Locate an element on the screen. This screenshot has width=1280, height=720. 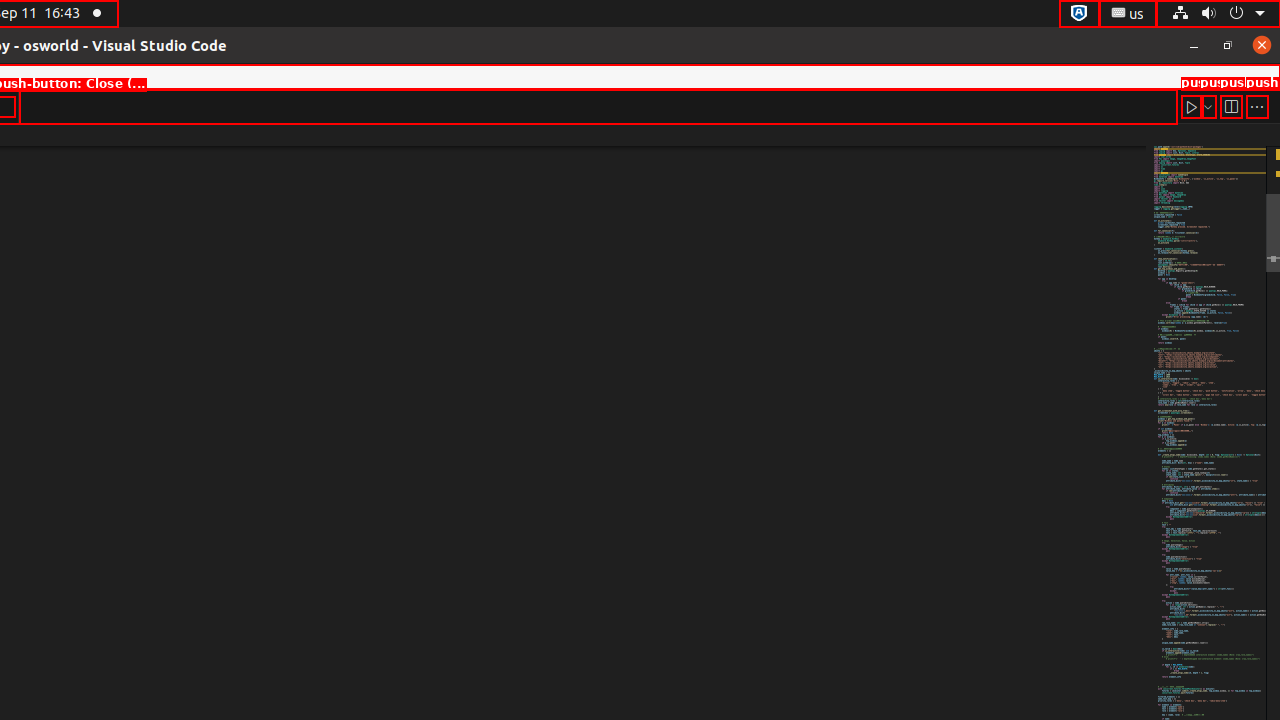
'Run or Debug...' is located at coordinates (1206, 106).